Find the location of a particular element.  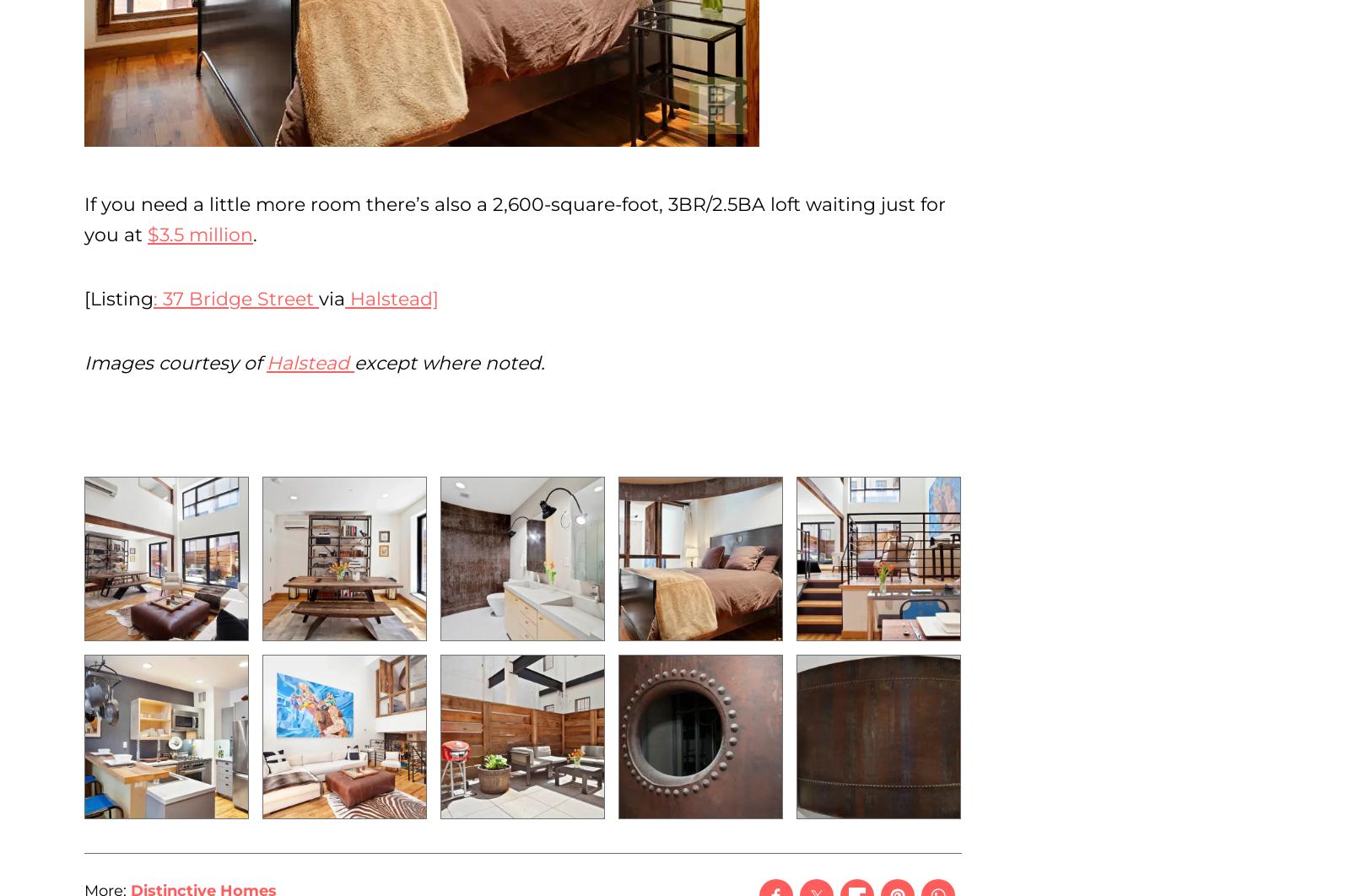

'Halstead]' is located at coordinates (391, 298).